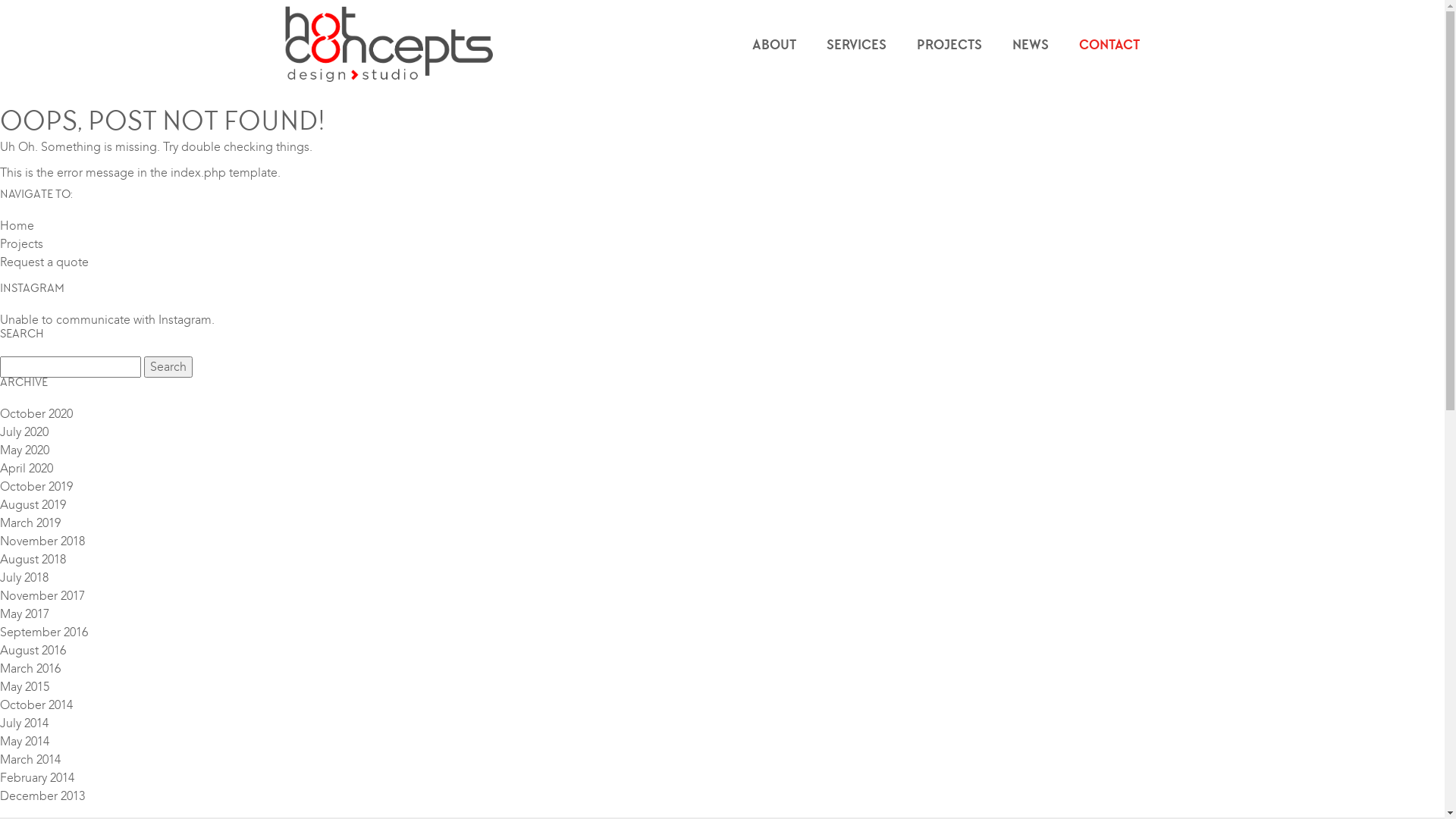 This screenshot has height=819, width=1456. What do you see at coordinates (774, 45) in the screenshot?
I see `'ABOUT'` at bounding box center [774, 45].